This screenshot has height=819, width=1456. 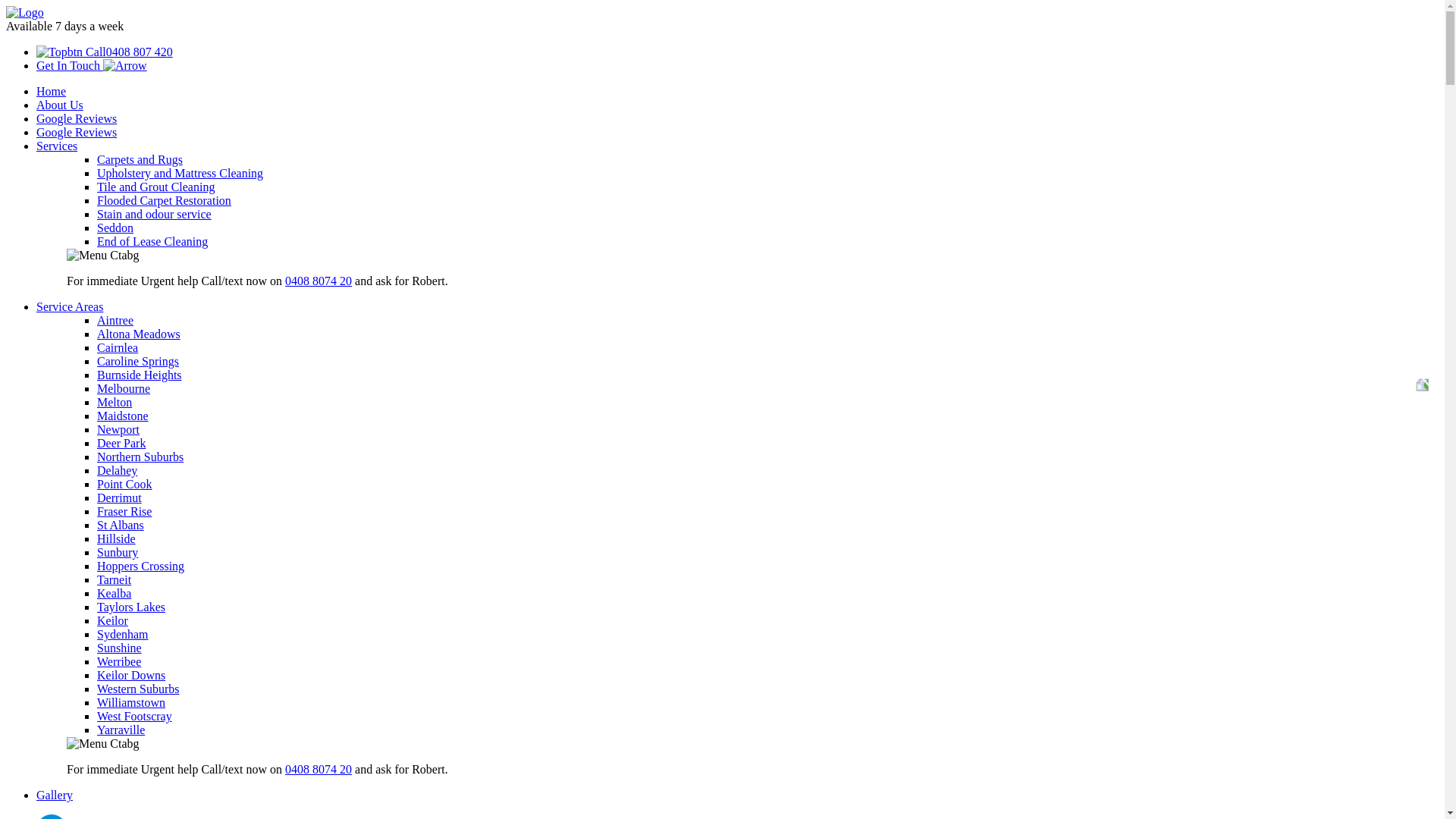 I want to click on 'Melbourne', so click(x=124, y=388).